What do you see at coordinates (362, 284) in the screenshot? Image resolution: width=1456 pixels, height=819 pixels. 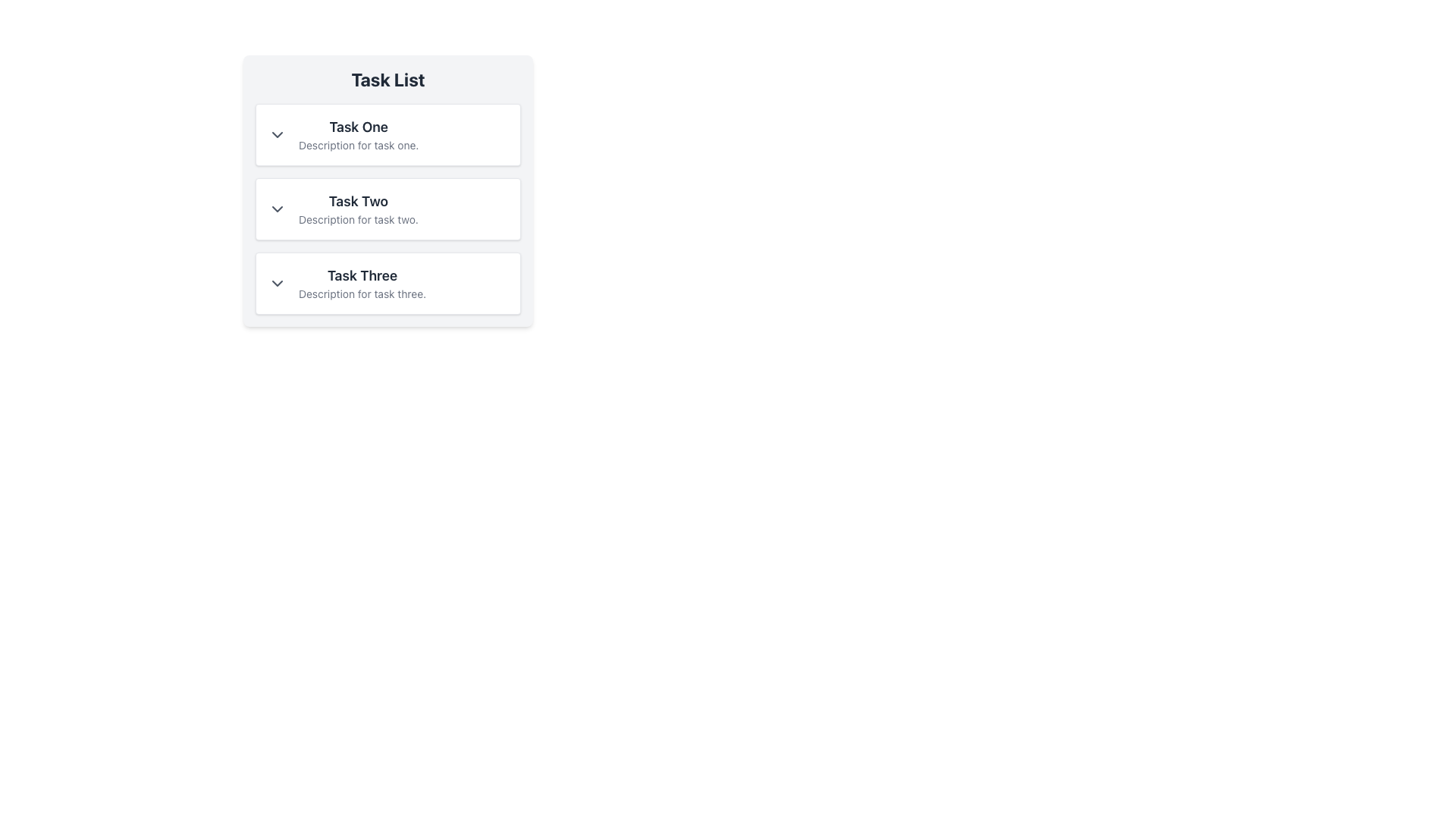 I see `the third task card in the task list which displays the task title and description` at bounding box center [362, 284].